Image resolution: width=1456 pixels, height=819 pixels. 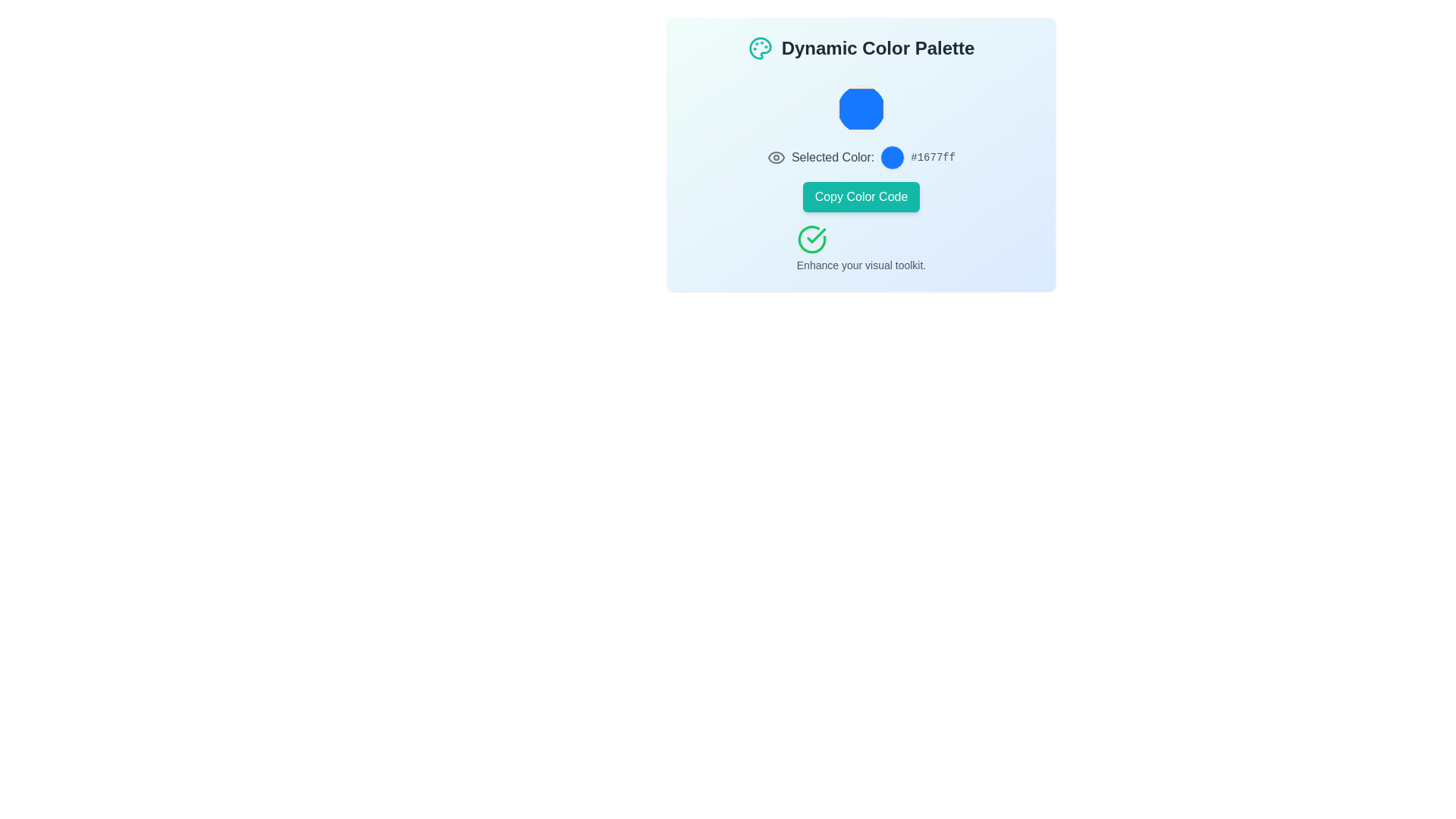 I want to click on the Decorative Icon located in the top-left position of the primary card component, which is aligned with the text 'Dynamic Color Palette', so click(x=760, y=48).